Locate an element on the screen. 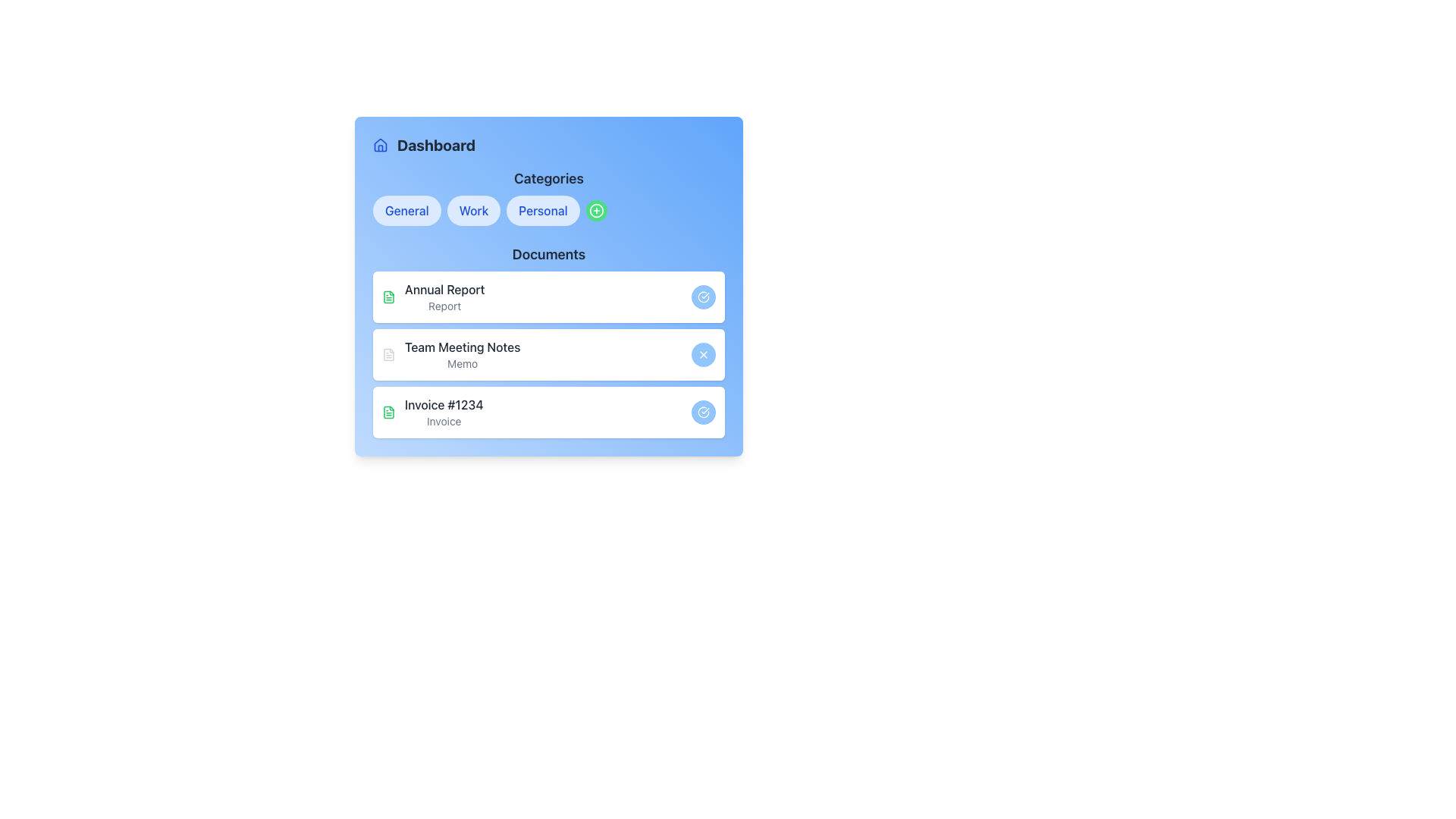 The image size is (1456, 819). the icon that signifies the type of document associated with the 'Annual Report', positioned to the far left of the row containing 'Annual Report' and 'Report' is located at coordinates (389, 297).